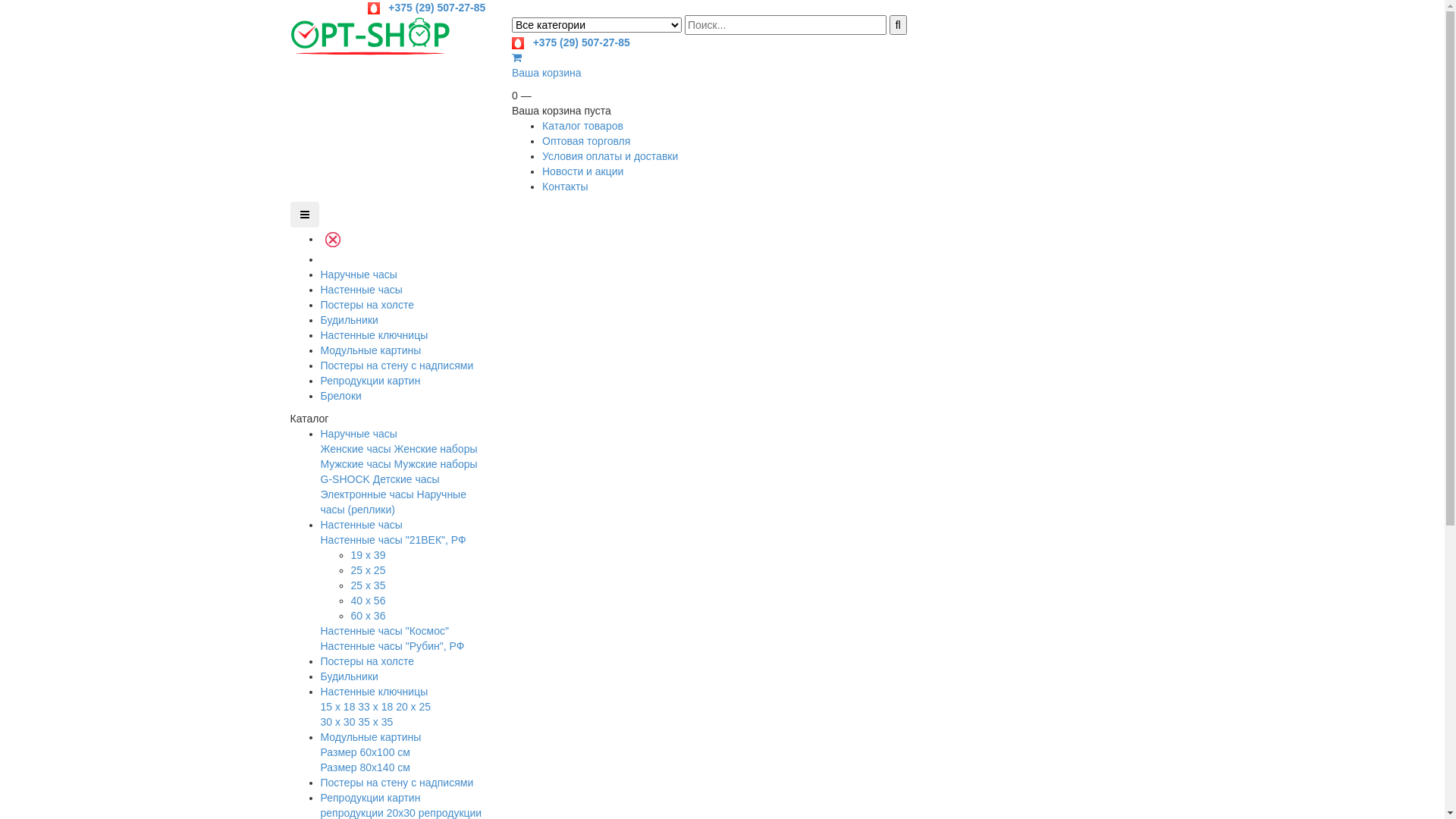 The image size is (1456, 819). What do you see at coordinates (349, 570) in the screenshot?
I see `'25 x 25'` at bounding box center [349, 570].